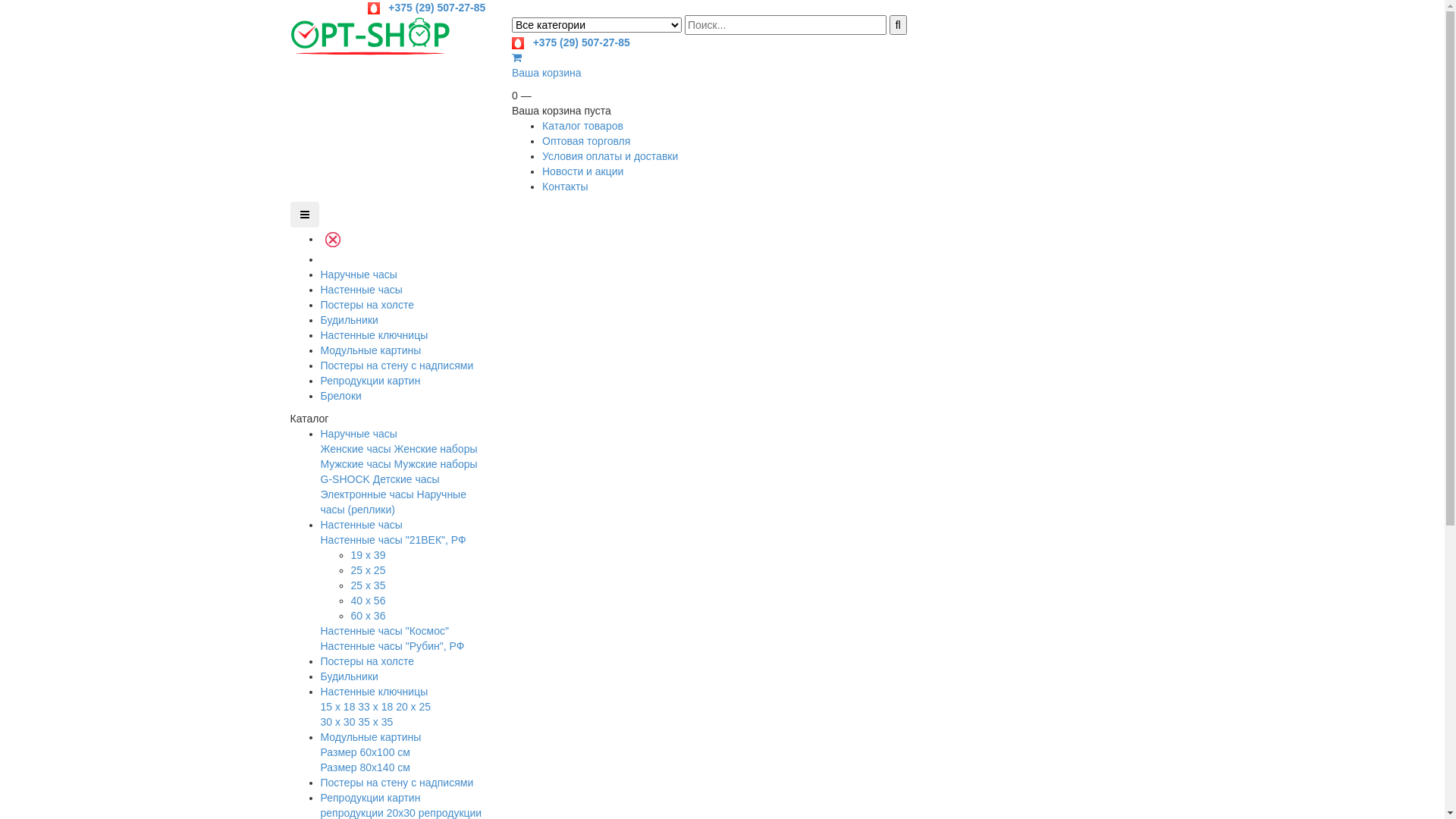 The image size is (1456, 819). What do you see at coordinates (349, 570) in the screenshot?
I see `'25 x 25'` at bounding box center [349, 570].